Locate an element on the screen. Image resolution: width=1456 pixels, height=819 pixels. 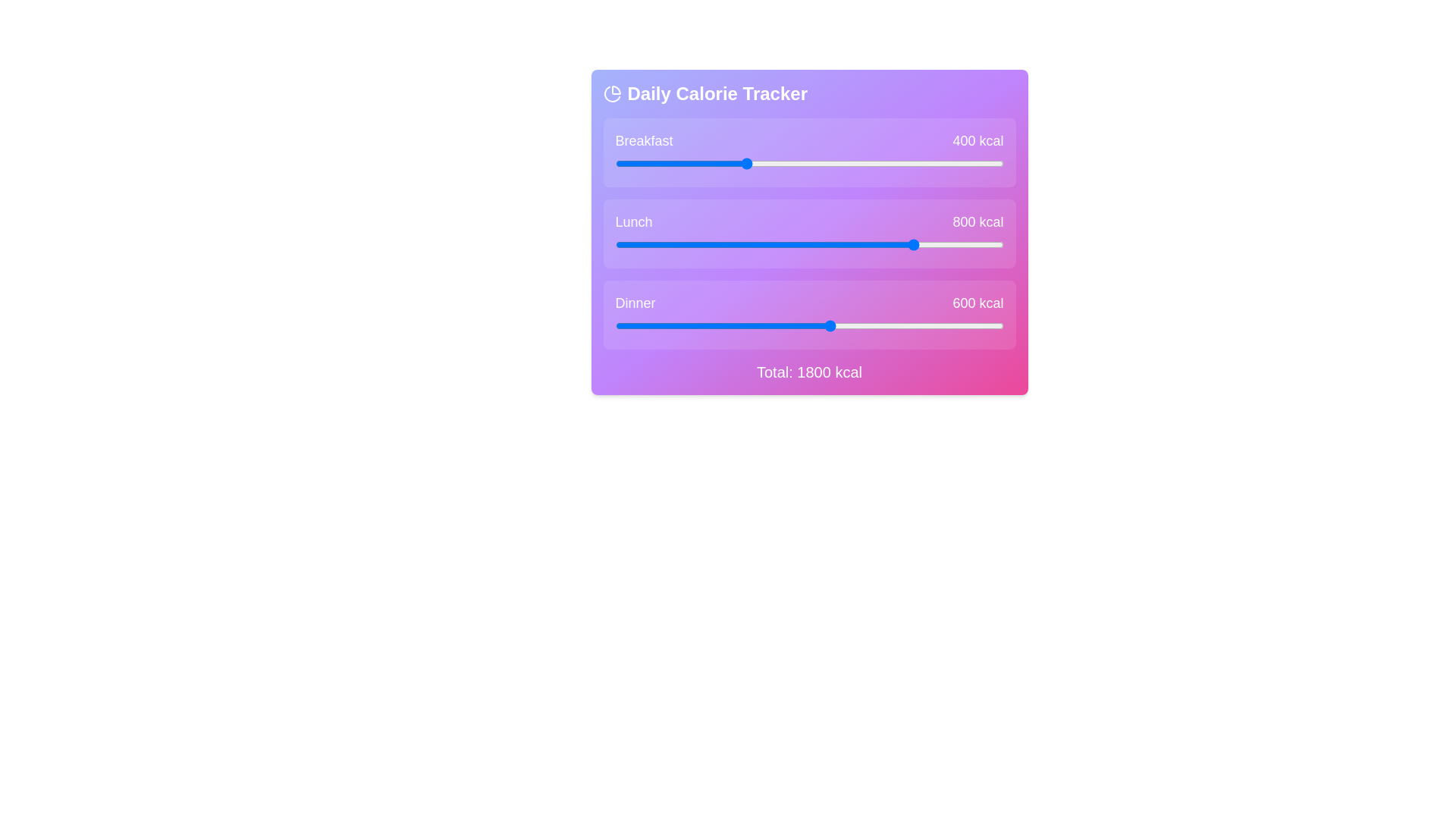
the labeled data display component that shows 'Dinner' with '600 kcal' in the Daily Calorie Tracker panel is located at coordinates (808, 303).